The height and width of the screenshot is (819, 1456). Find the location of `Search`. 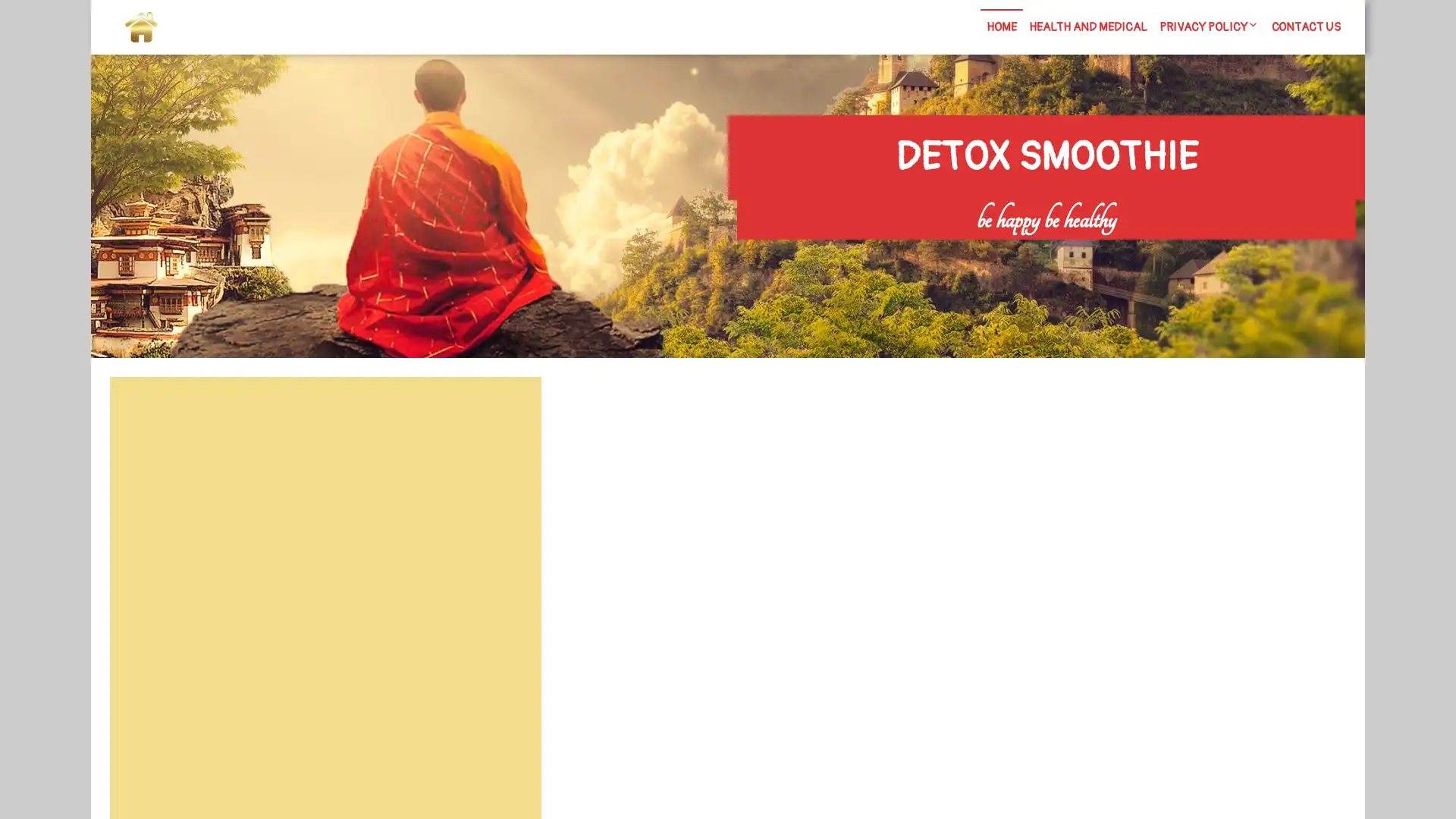

Search is located at coordinates (506, 413).